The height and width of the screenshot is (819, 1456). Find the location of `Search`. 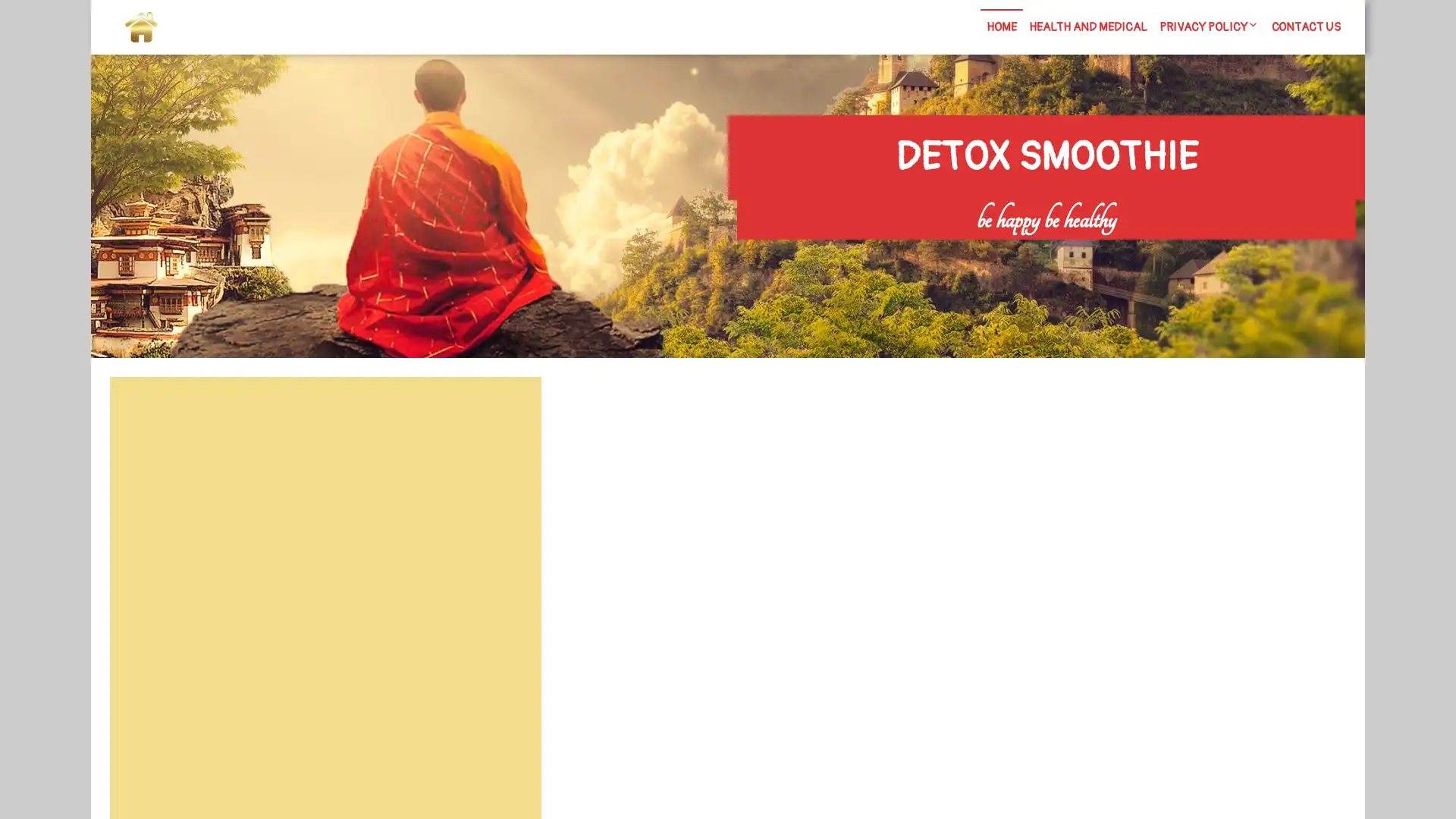

Search is located at coordinates (506, 413).